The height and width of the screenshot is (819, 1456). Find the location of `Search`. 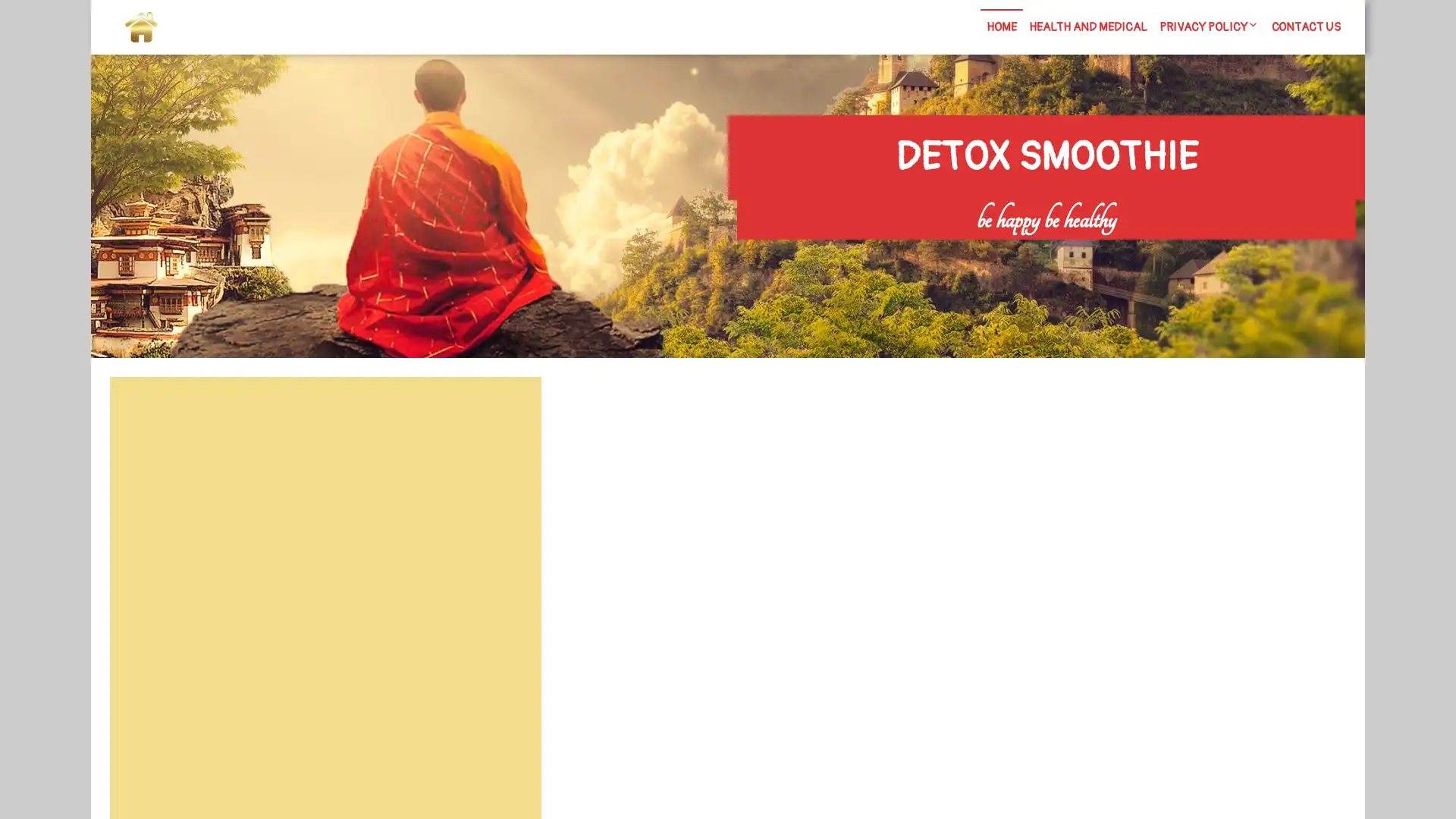

Search is located at coordinates (506, 413).